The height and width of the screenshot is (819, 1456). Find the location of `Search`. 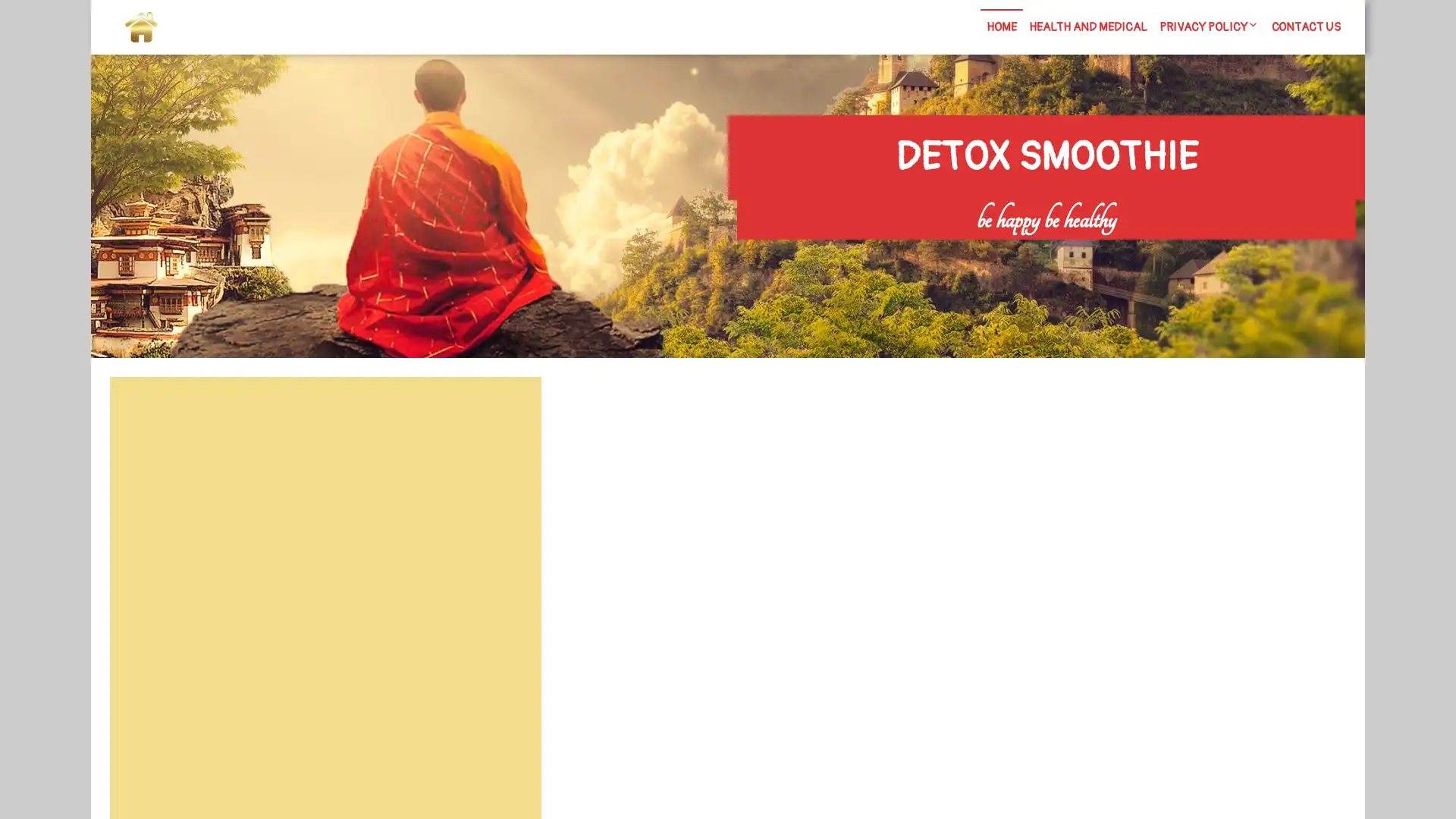

Search is located at coordinates (506, 413).